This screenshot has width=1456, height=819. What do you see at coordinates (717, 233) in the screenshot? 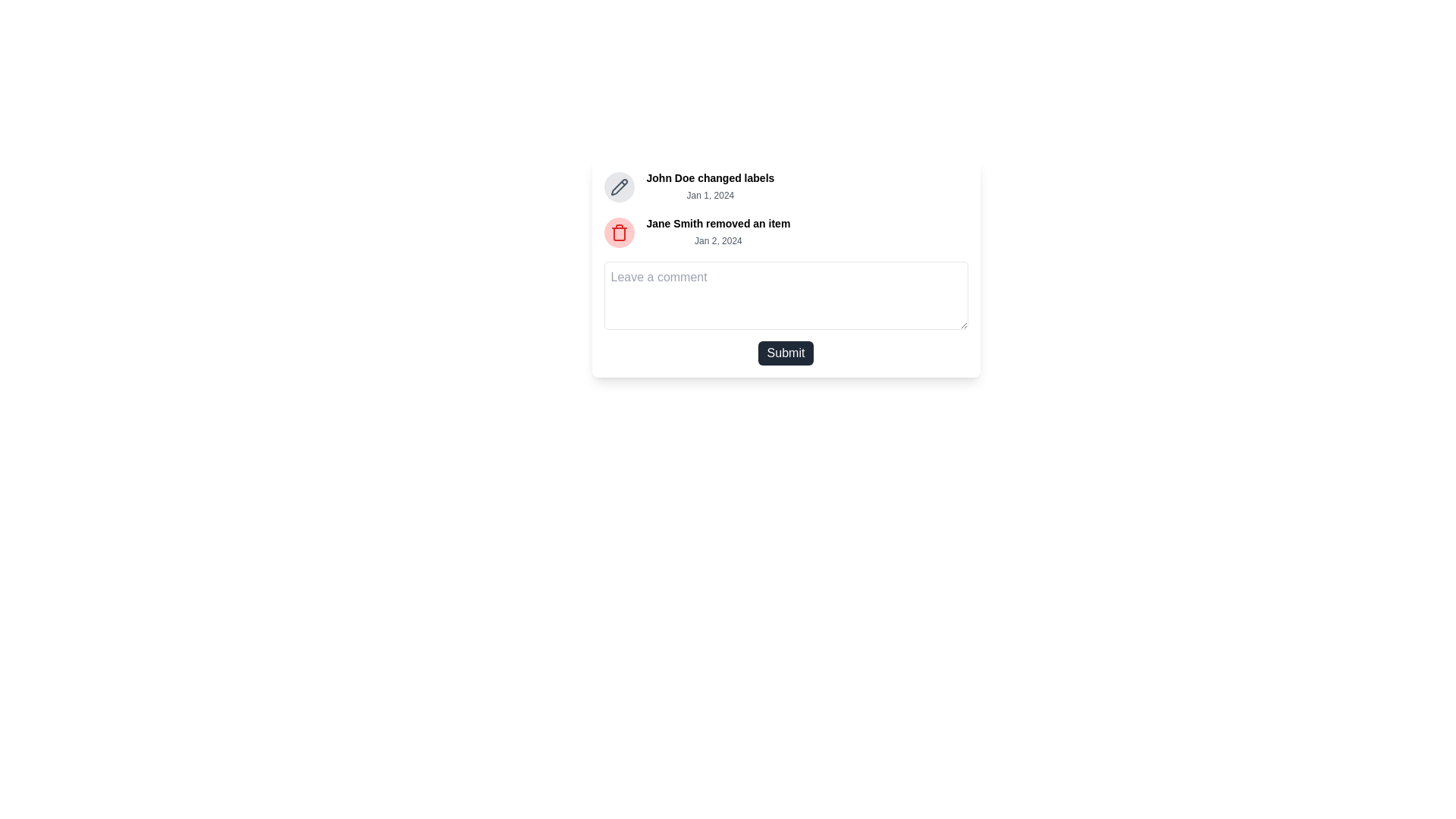
I see `the text block displaying 'Jane Smith removed an item' and 'Jan 2, 2024', which is located below the 'John Doe changed labels' entry` at bounding box center [717, 233].